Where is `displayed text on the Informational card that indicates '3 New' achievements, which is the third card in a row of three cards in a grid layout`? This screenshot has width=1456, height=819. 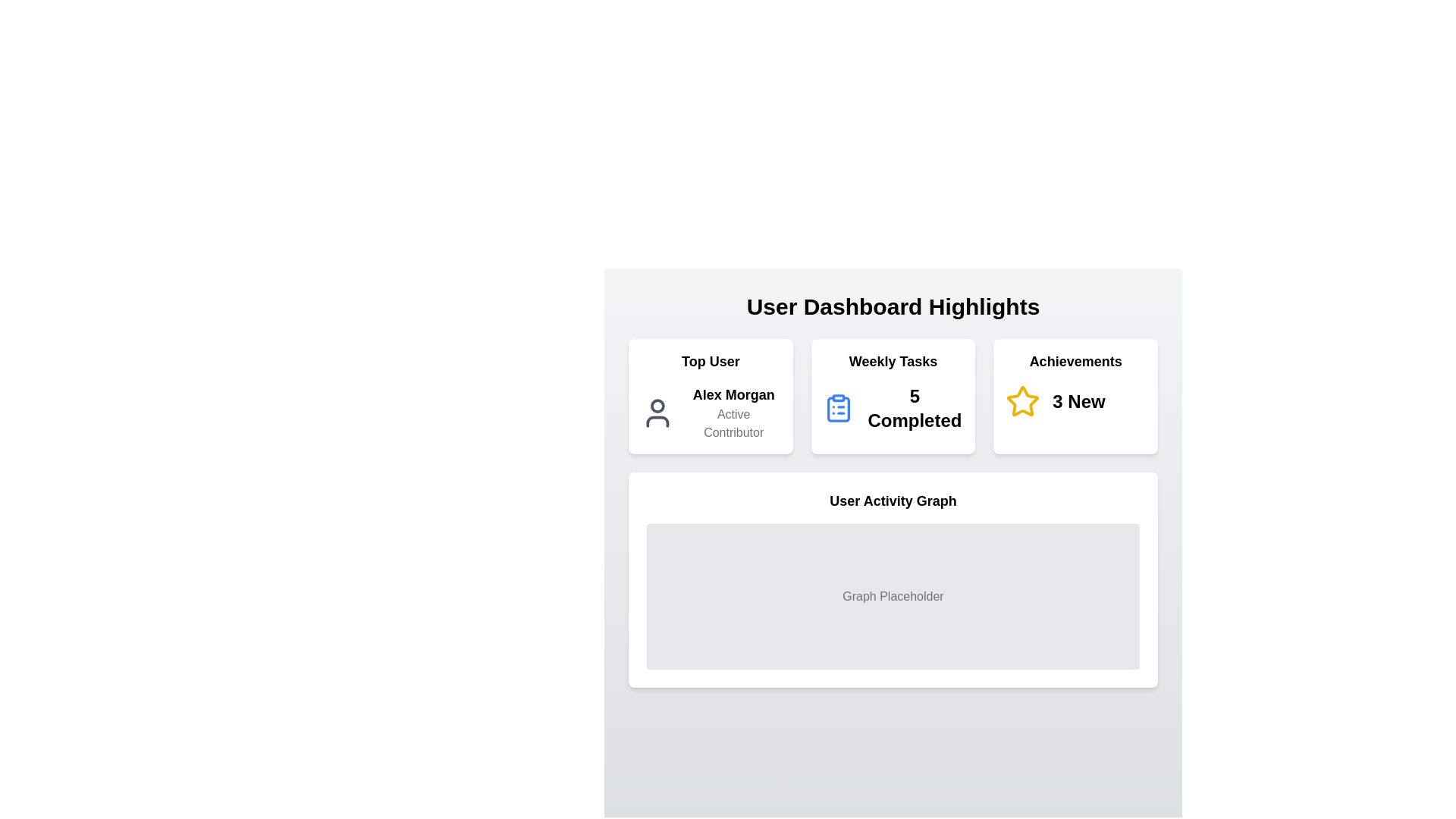
displayed text on the Informational card that indicates '3 New' achievements, which is the third card in a row of three cards in a grid layout is located at coordinates (1075, 396).